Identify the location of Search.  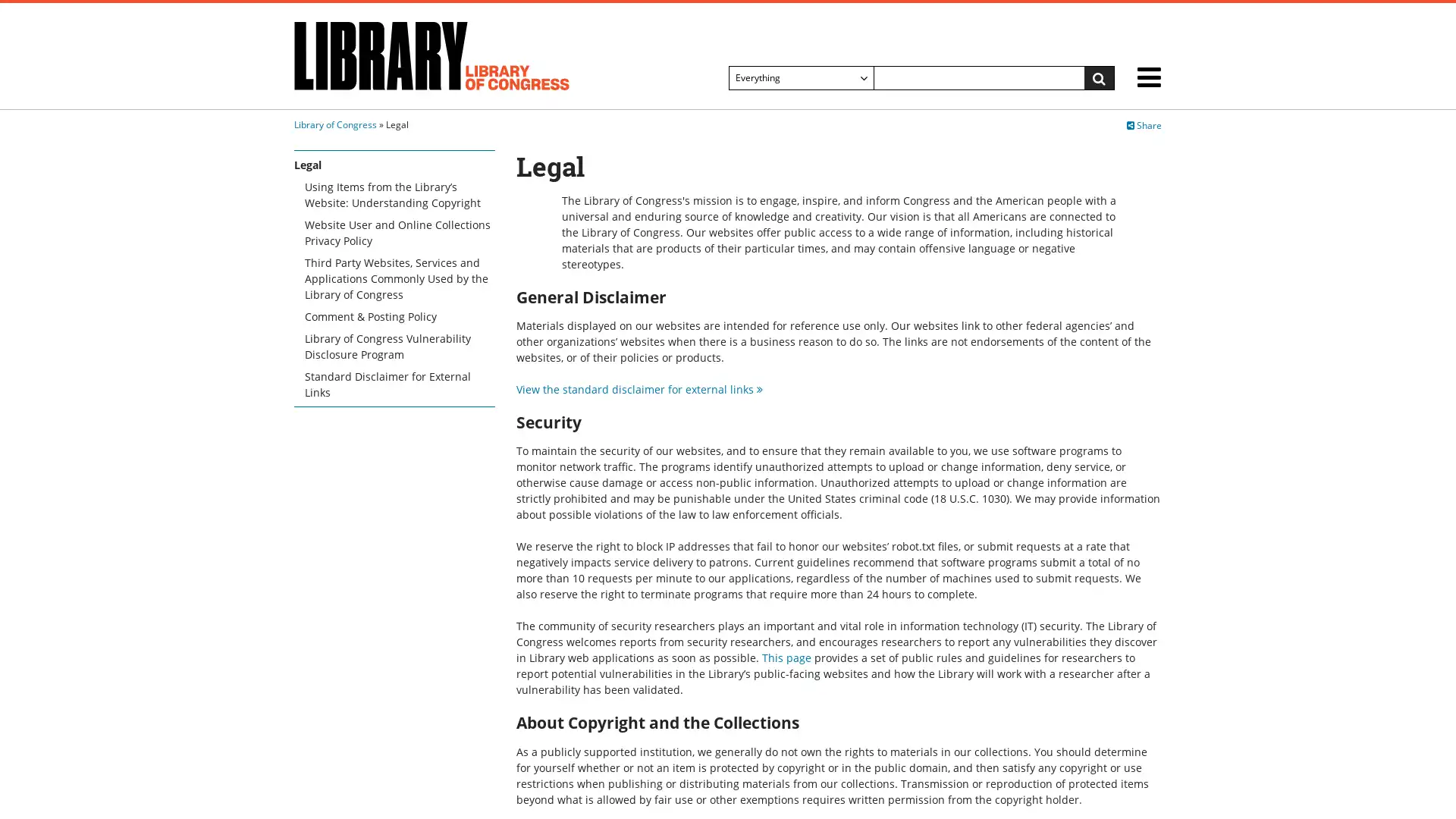
(1099, 78).